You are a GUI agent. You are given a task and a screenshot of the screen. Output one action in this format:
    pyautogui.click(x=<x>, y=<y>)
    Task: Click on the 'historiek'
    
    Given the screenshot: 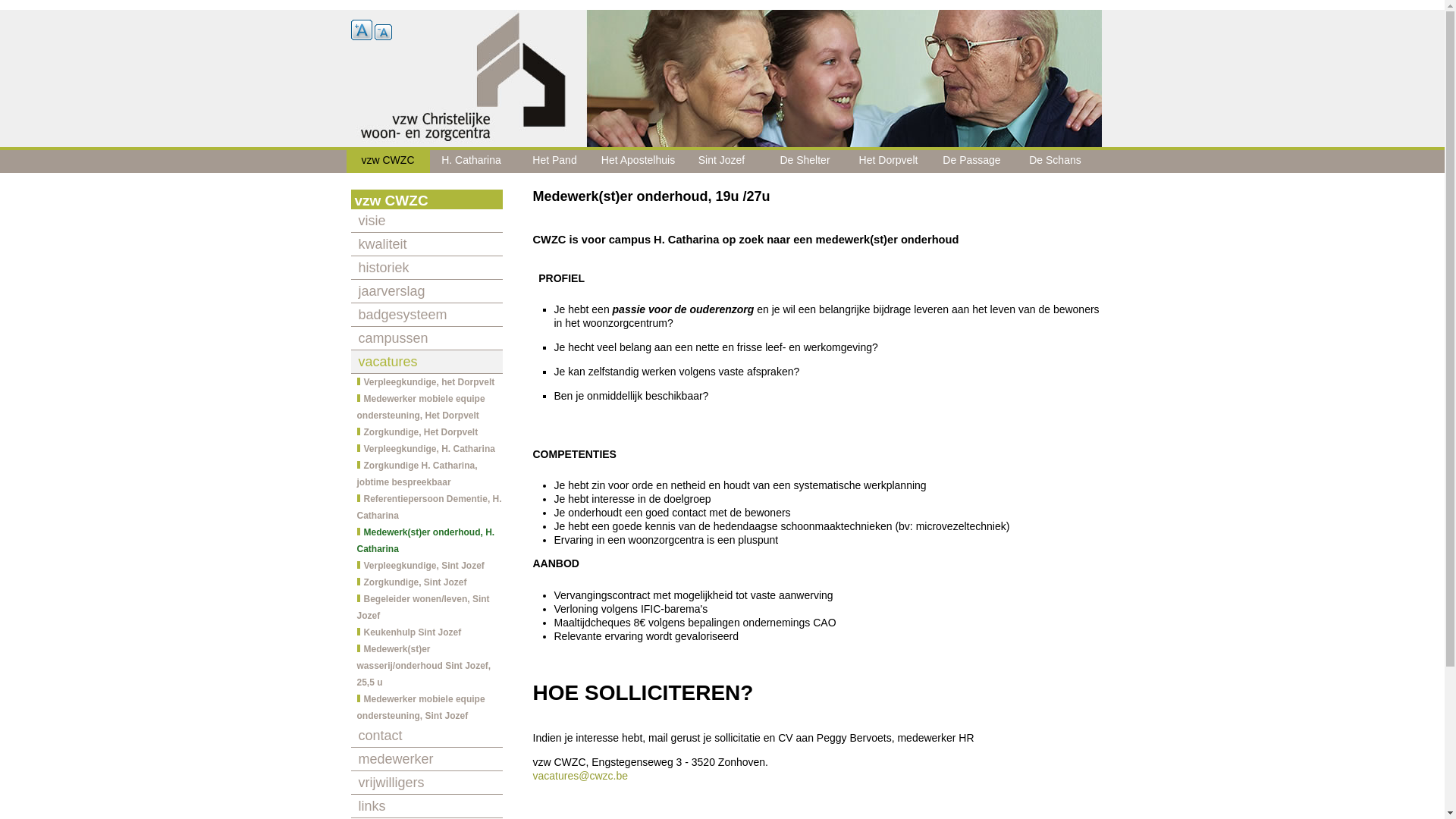 What is the action you would take?
    pyautogui.click(x=425, y=267)
    